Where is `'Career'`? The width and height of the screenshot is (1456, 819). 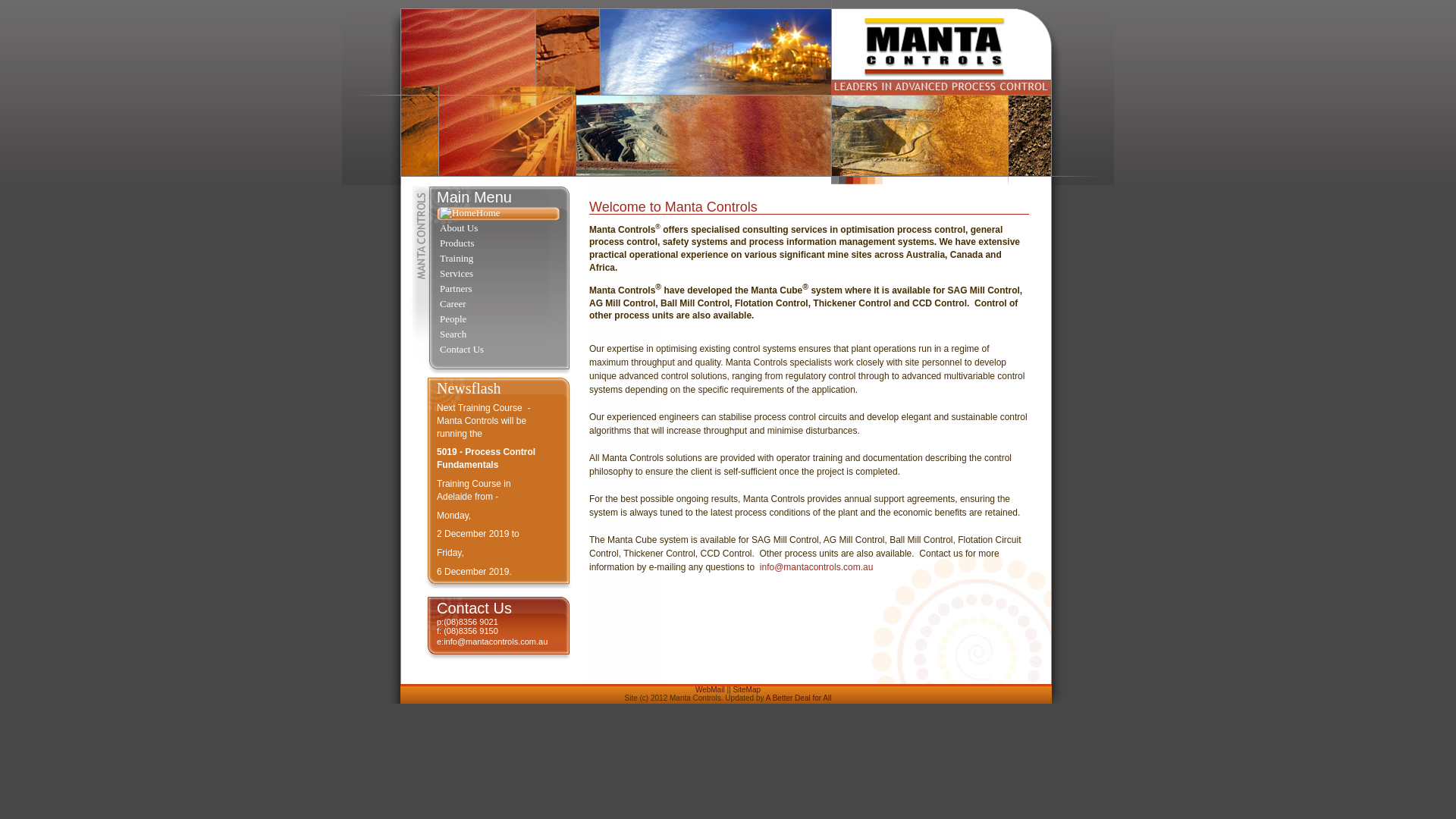
'Career' is located at coordinates (498, 304).